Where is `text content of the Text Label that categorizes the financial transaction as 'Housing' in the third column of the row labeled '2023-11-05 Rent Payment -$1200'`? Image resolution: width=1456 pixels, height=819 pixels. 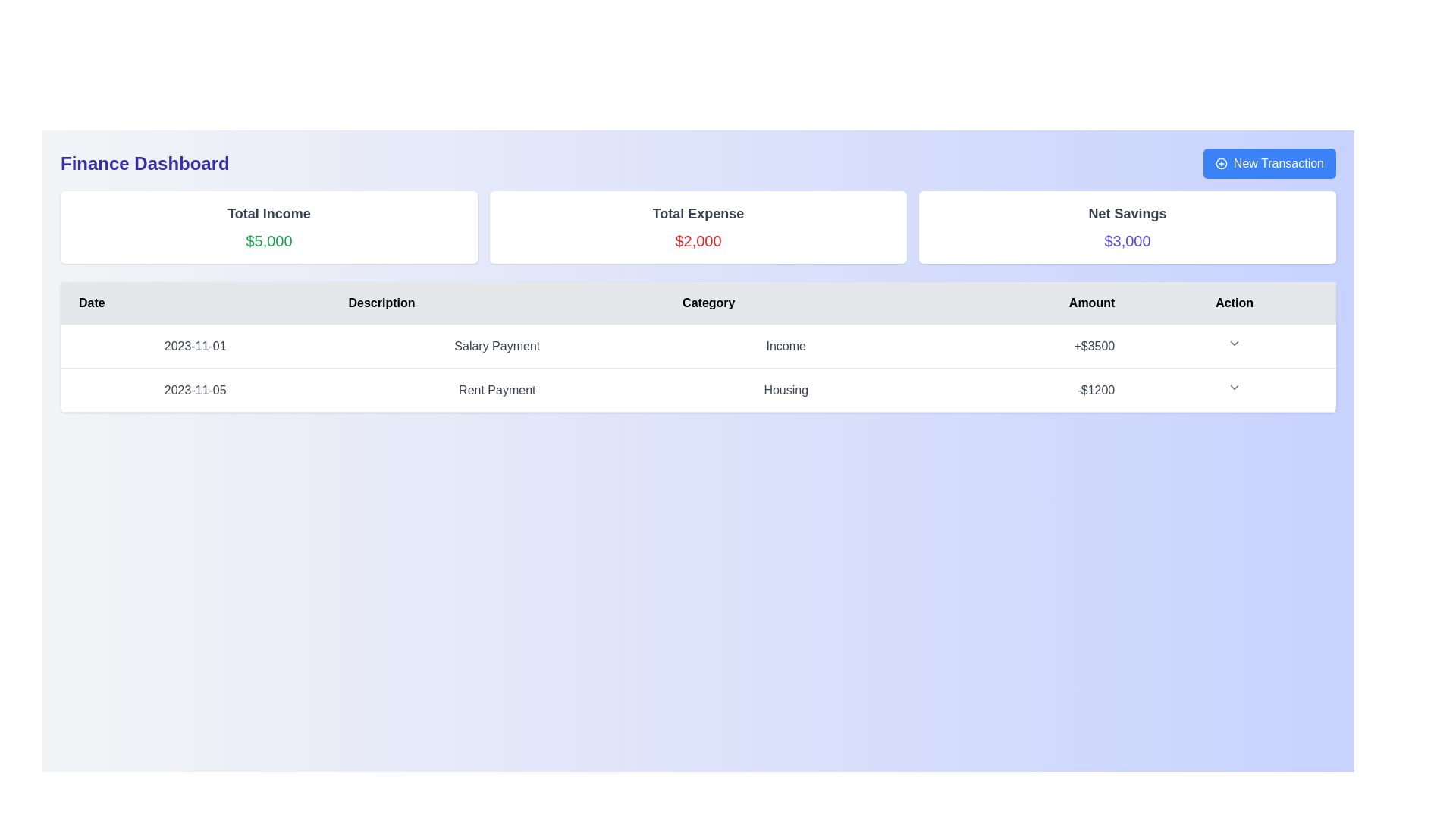 text content of the Text Label that categorizes the financial transaction as 'Housing' in the third column of the row labeled '2023-11-05 Rent Payment -$1200' is located at coordinates (786, 389).